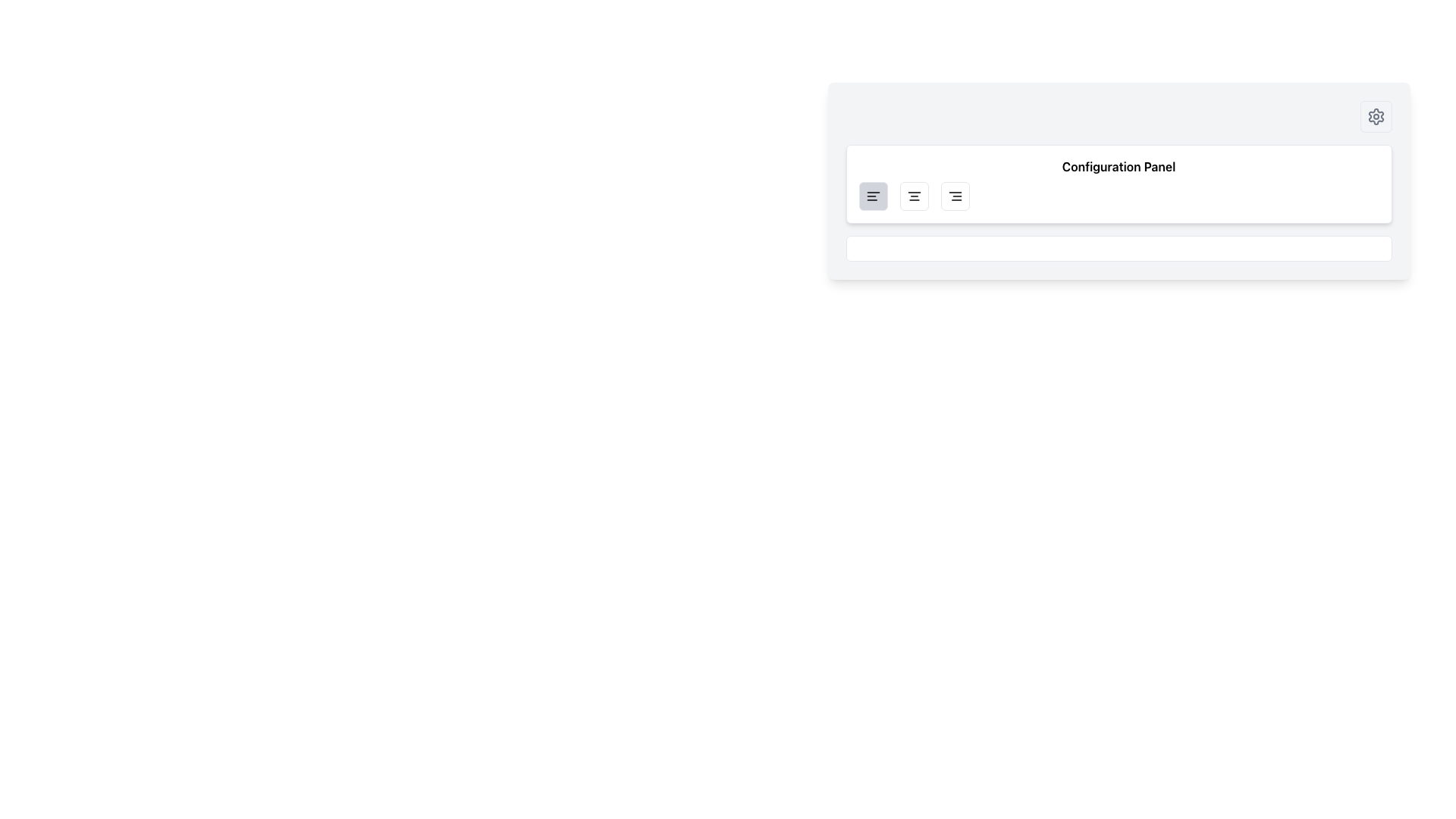 Image resolution: width=1456 pixels, height=819 pixels. What do you see at coordinates (873, 195) in the screenshot?
I see `the left-align text formatting button located at the top right corner of the configuration panel` at bounding box center [873, 195].